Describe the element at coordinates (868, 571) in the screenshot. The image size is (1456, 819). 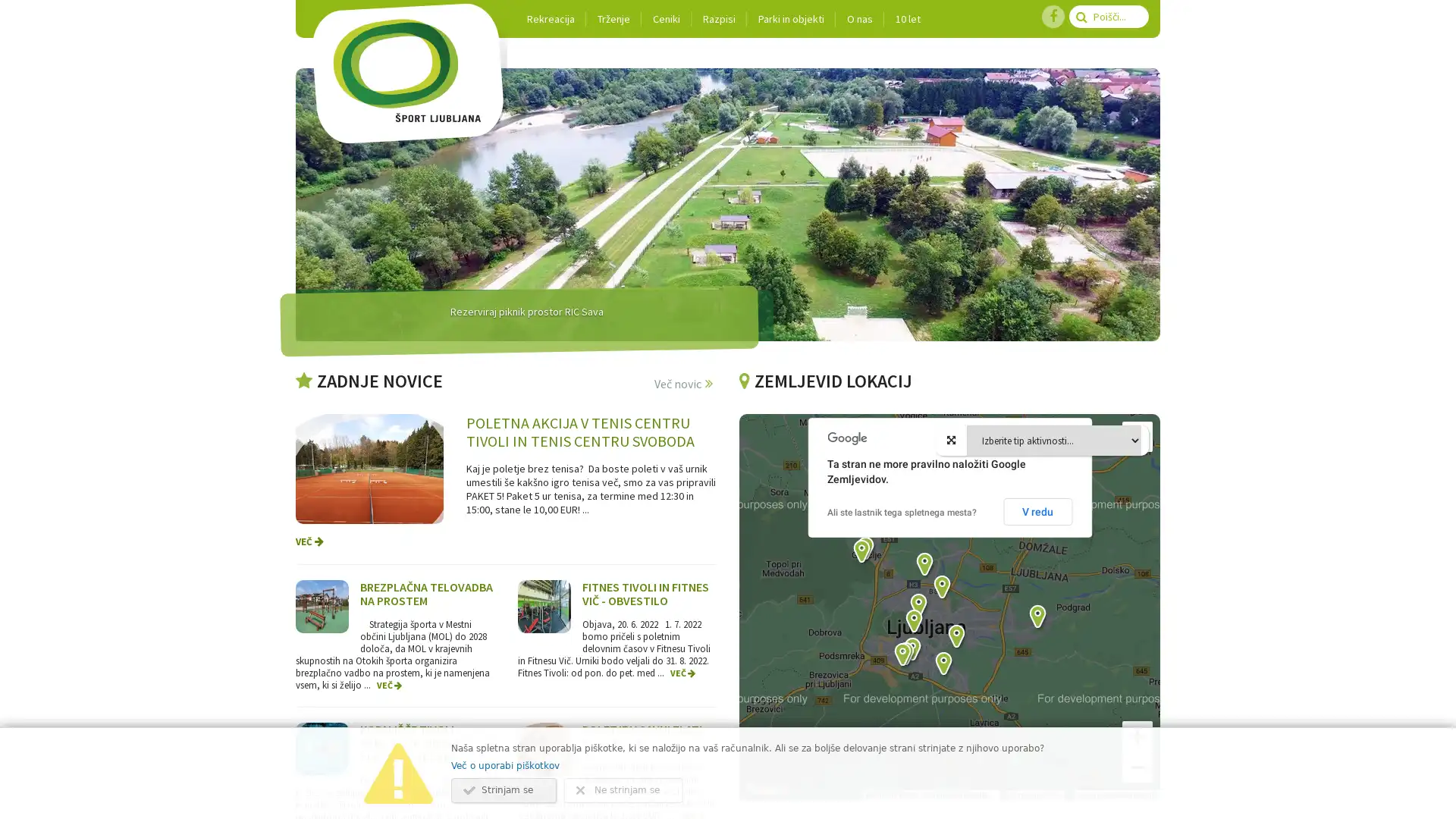
I see `Kako do nas?` at that location.